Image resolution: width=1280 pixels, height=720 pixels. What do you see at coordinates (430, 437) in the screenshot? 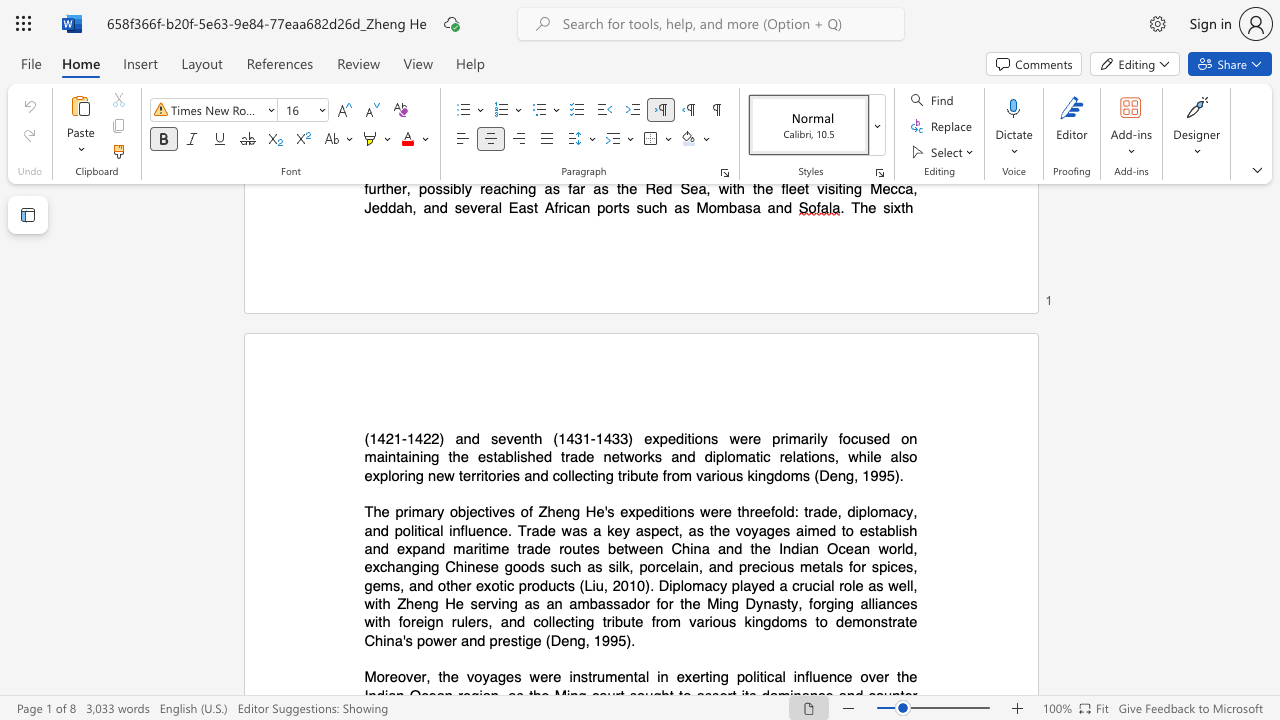
I see `the subset text "2)" within the text "(1421-1422) and seventh (1431-1433) expeditions were primarily focused on"` at bounding box center [430, 437].